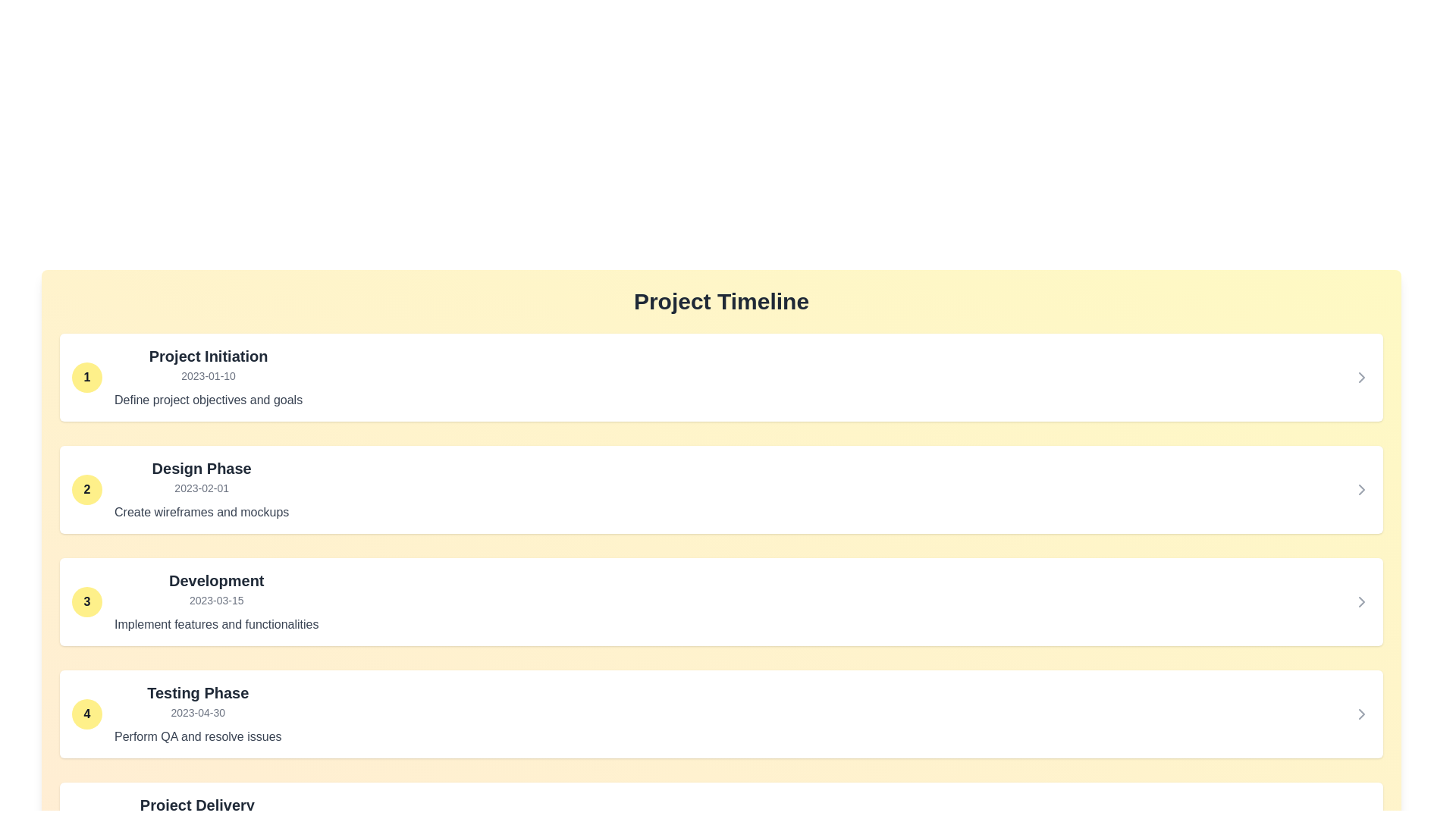  I want to click on the sequential indicator marking the phase number in the project timeline located on the left side of the 'Development' panel, so click(86, 601).